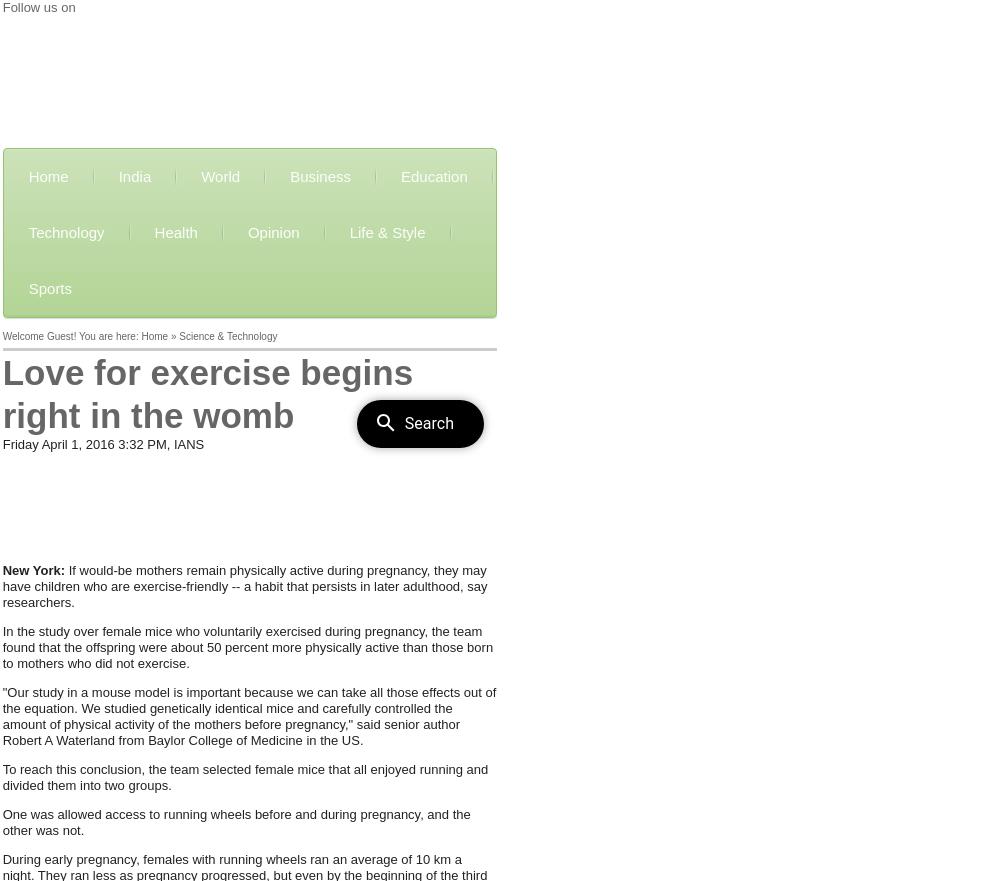 Image resolution: width=983 pixels, height=881 pixels. What do you see at coordinates (247, 647) in the screenshot?
I see `'In the study over female mice who voluntarily exercised during pregnancy, the team found that the offspring were about 50 percent more physically active than those born to mothers who did not exercise.'` at bounding box center [247, 647].